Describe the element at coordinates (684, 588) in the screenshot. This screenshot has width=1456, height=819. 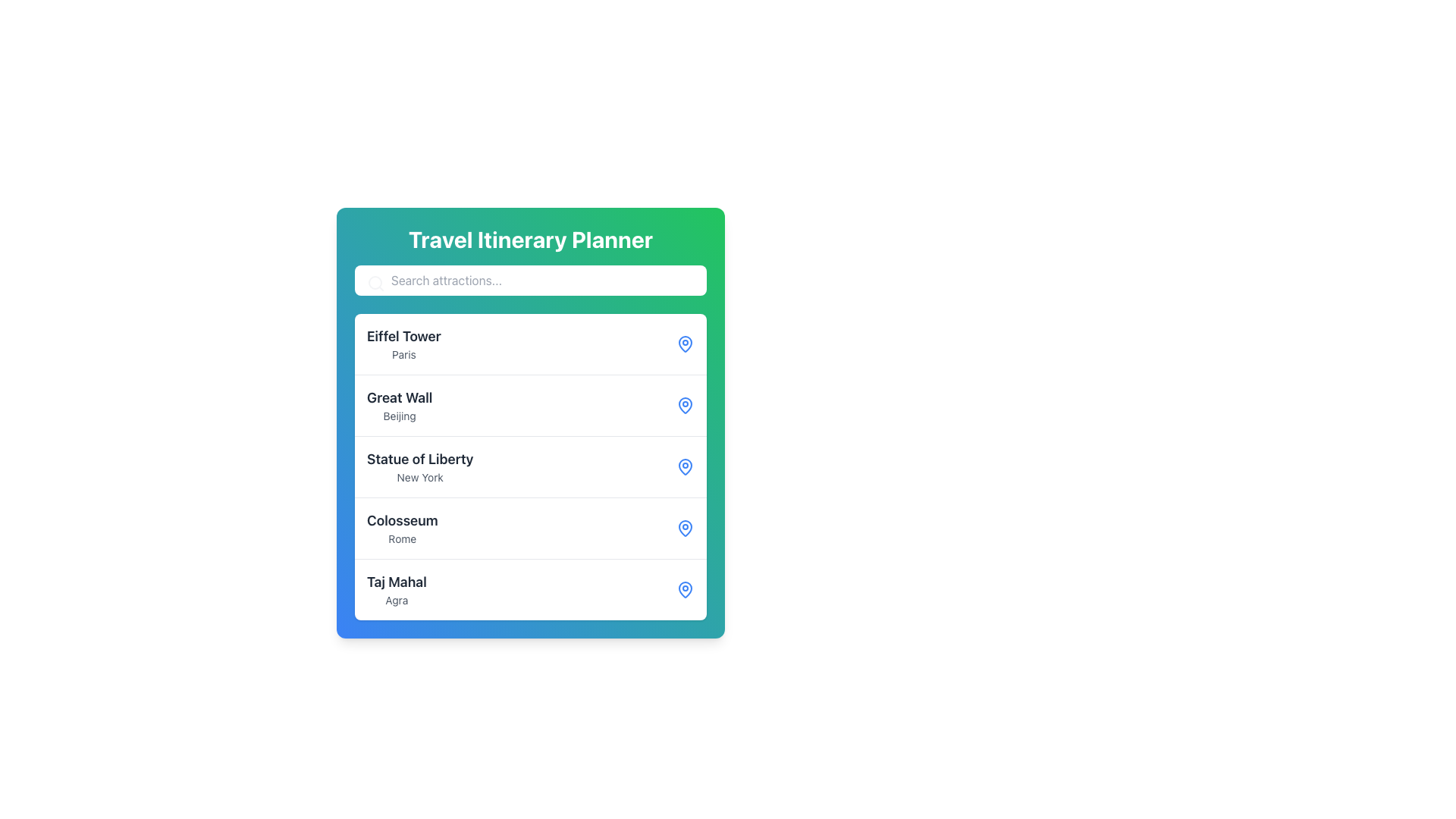
I see `the bottom part of the pin icon representing the location of 'Taj Mahal' in the list` at that location.